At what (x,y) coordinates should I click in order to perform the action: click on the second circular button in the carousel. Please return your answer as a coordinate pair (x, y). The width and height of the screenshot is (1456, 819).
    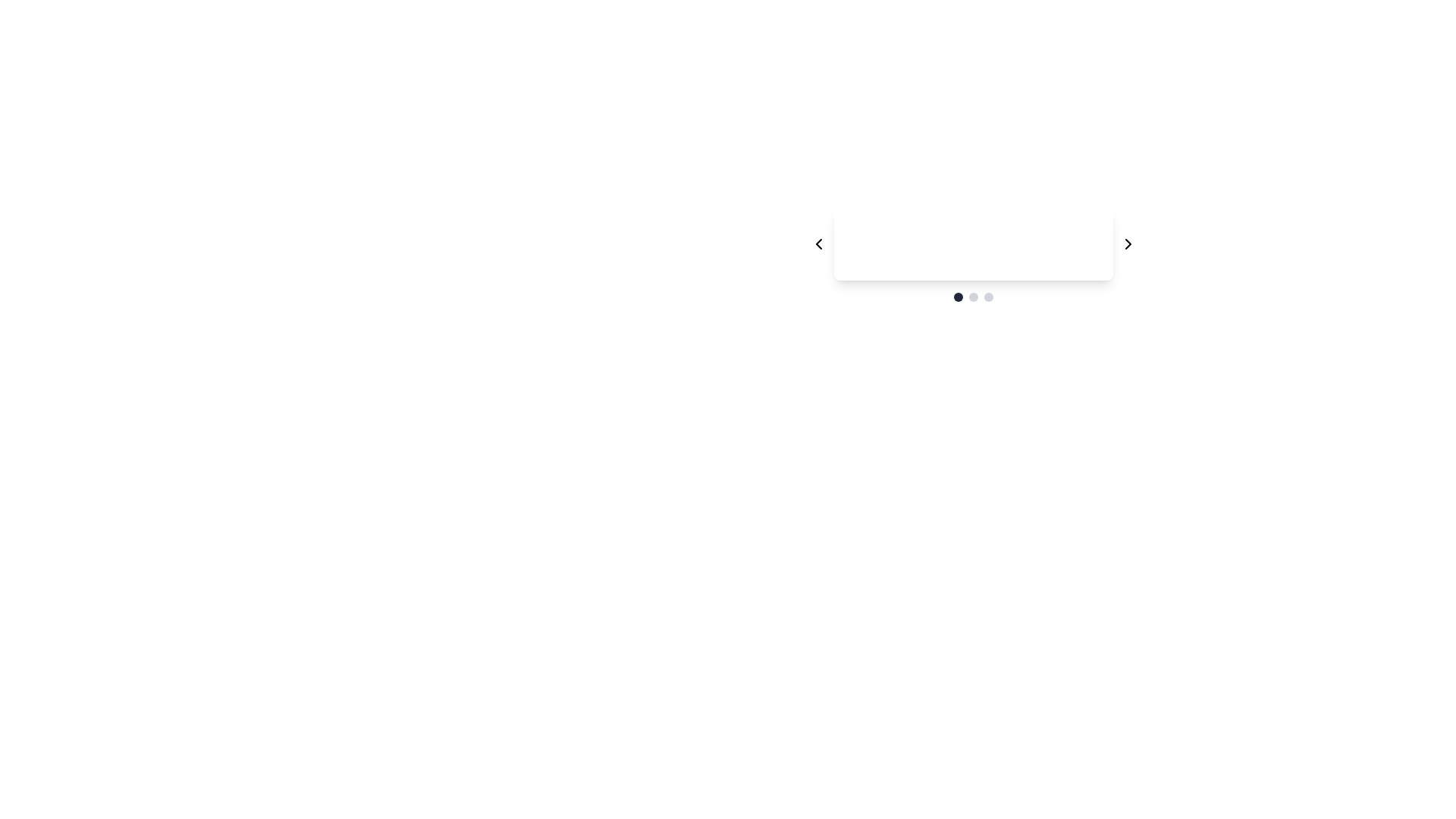
    Looking at the image, I should click on (973, 297).